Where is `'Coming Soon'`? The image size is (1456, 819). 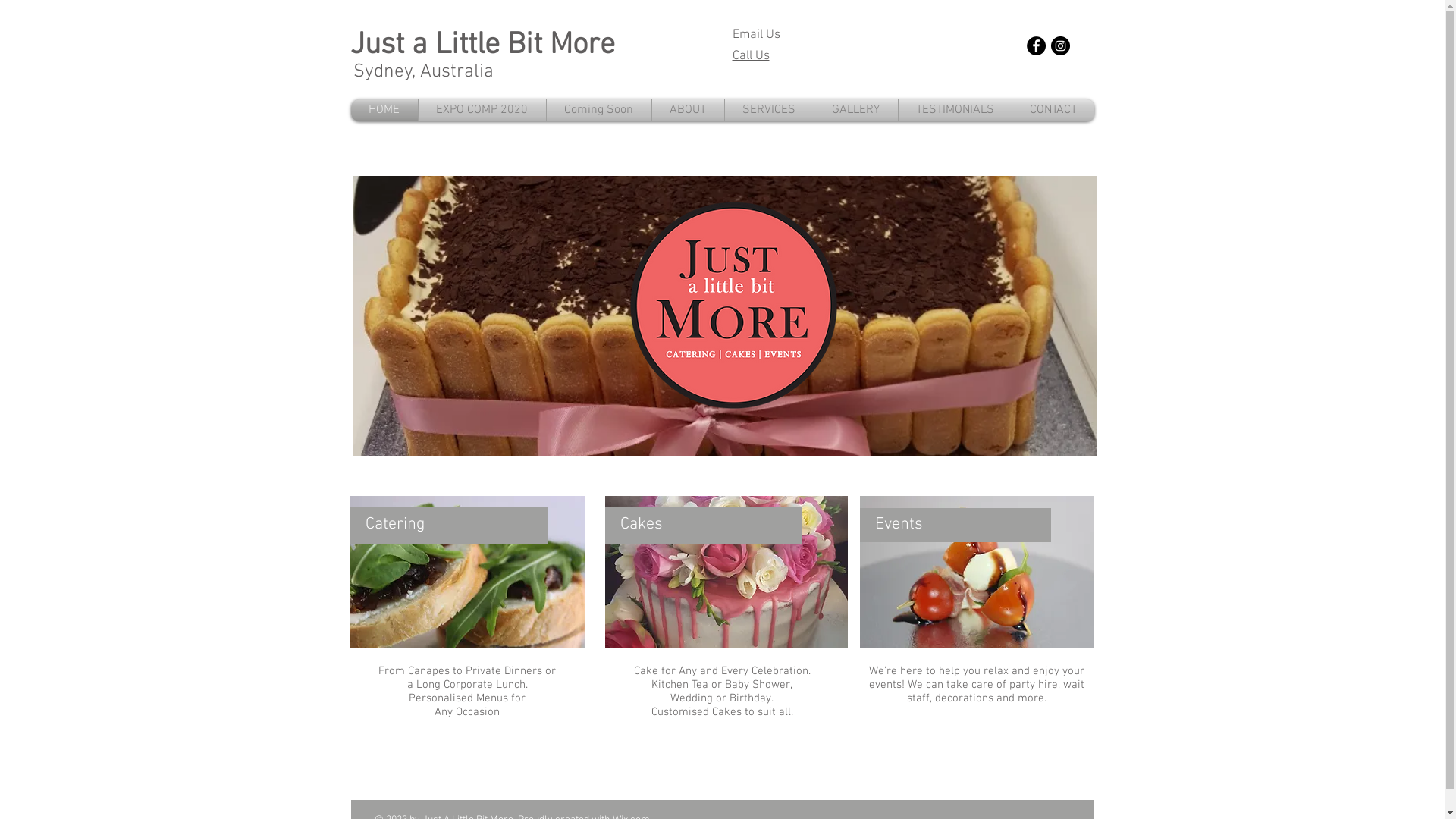 'Coming Soon' is located at coordinates (546, 109).